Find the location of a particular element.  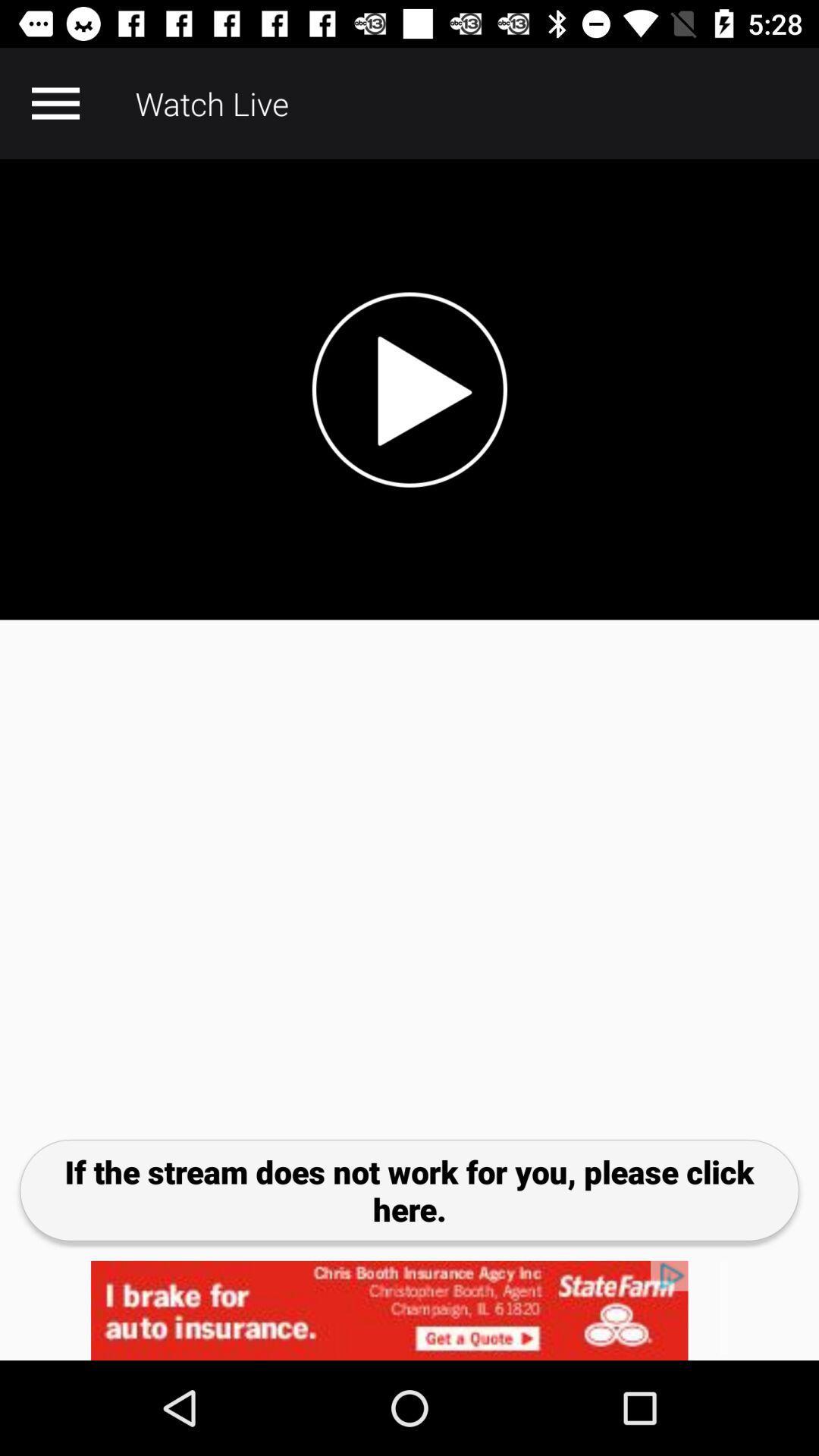

open menu is located at coordinates (55, 102).